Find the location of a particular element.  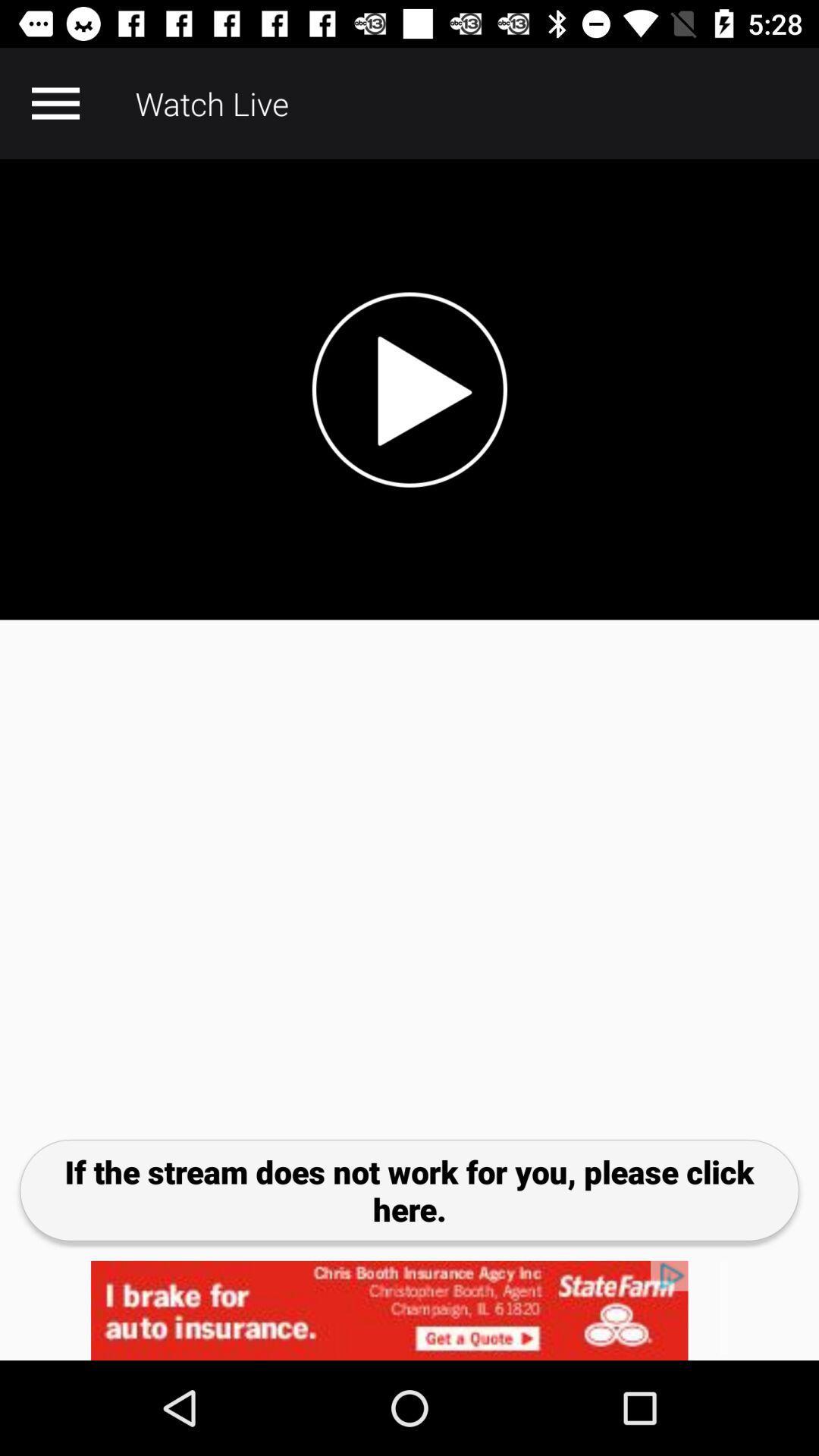

open menu is located at coordinates (55, 102).